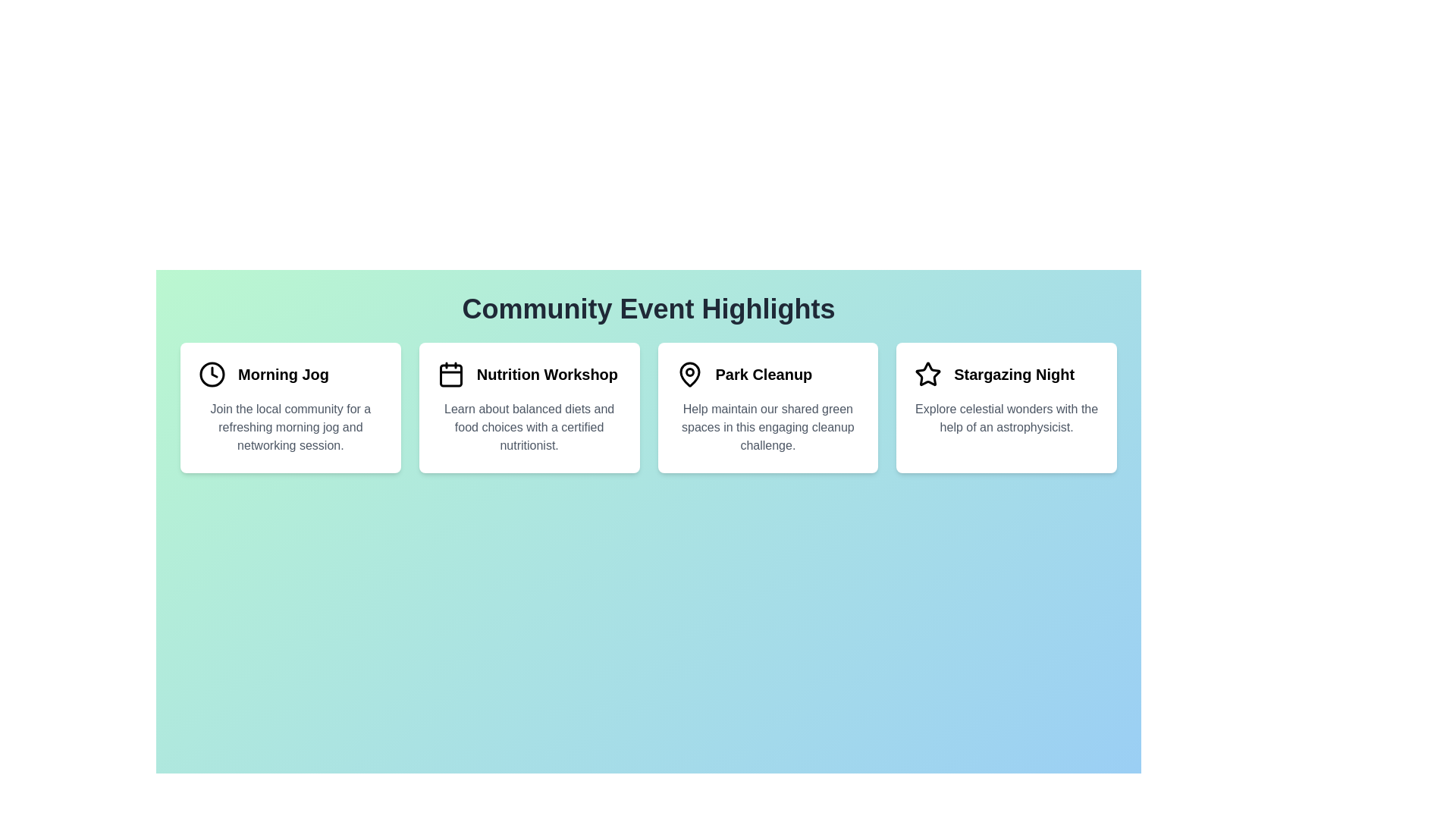 The width and height of the screenshot is (1456, 819). I want to click on the non-interactive map pin icon located in the upper-left section of the 'Park Cleanup' card, which signifies a geographic point, so click(689, 374).